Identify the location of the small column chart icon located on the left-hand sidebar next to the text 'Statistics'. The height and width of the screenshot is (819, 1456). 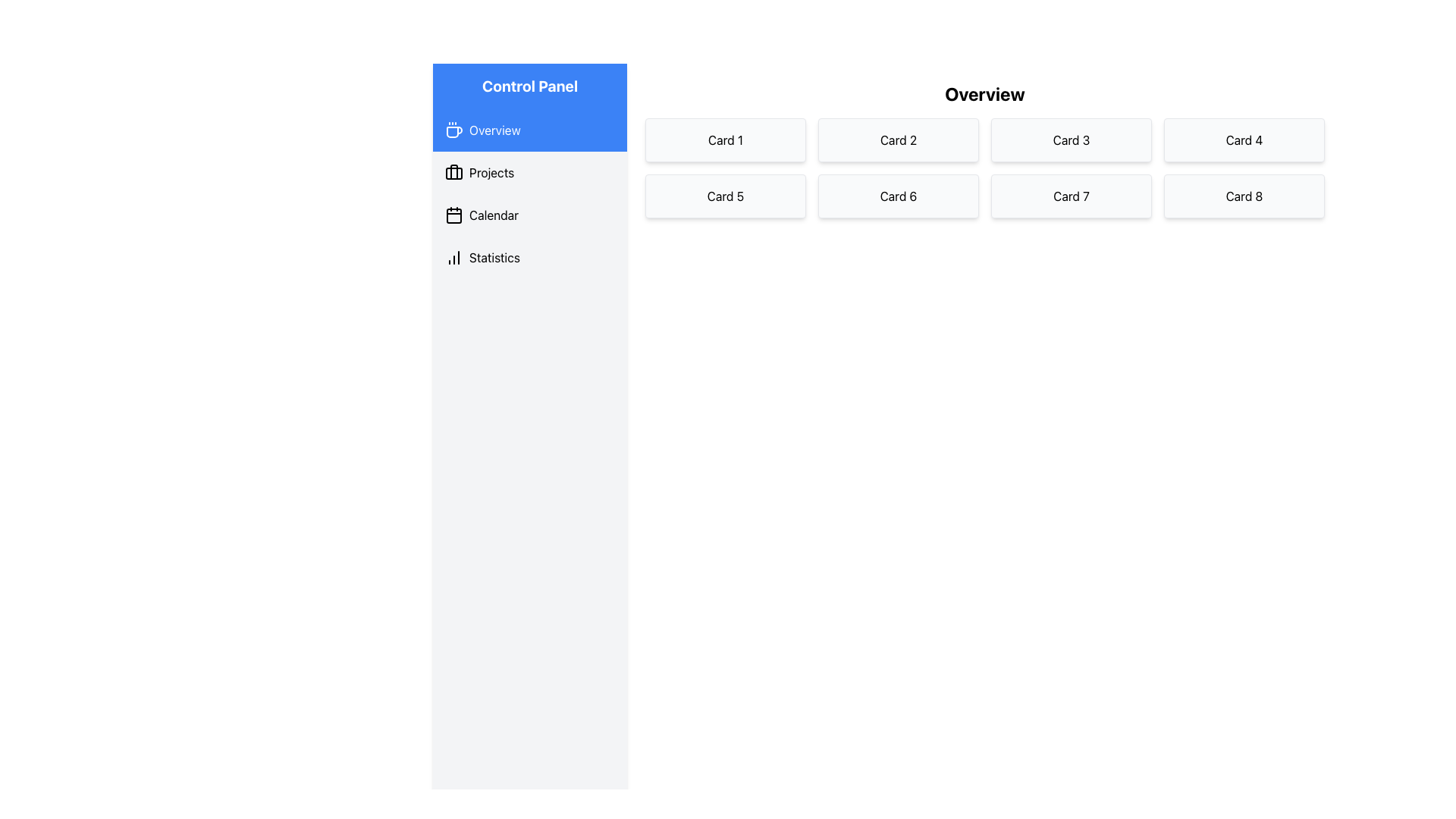
(453, 256).